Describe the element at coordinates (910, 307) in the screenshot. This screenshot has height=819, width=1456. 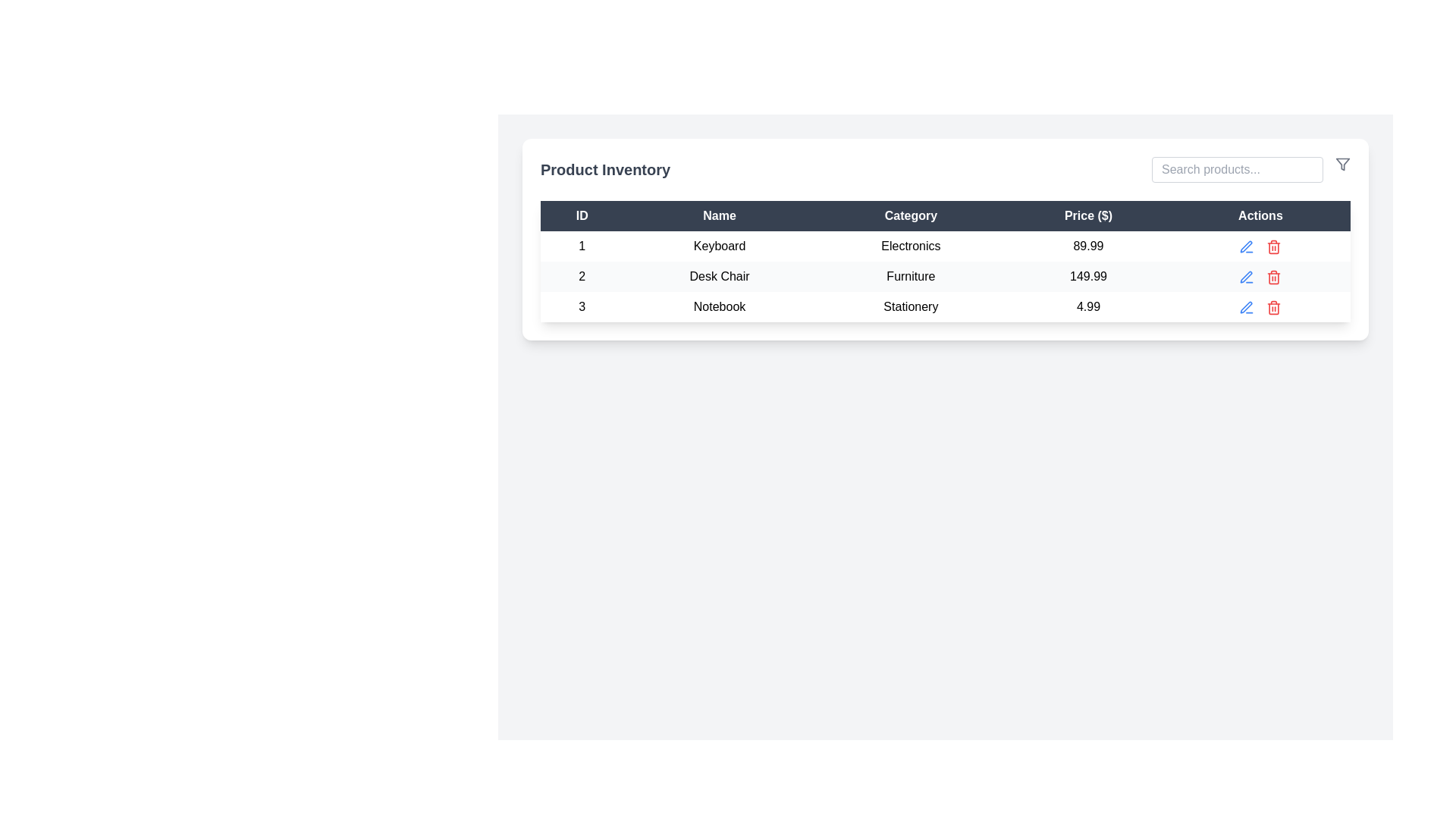
I see `the static text label that indicates the category 'Stationery' for the item 'Notebook' in the third row of the table under the 'Category' column` at that location.